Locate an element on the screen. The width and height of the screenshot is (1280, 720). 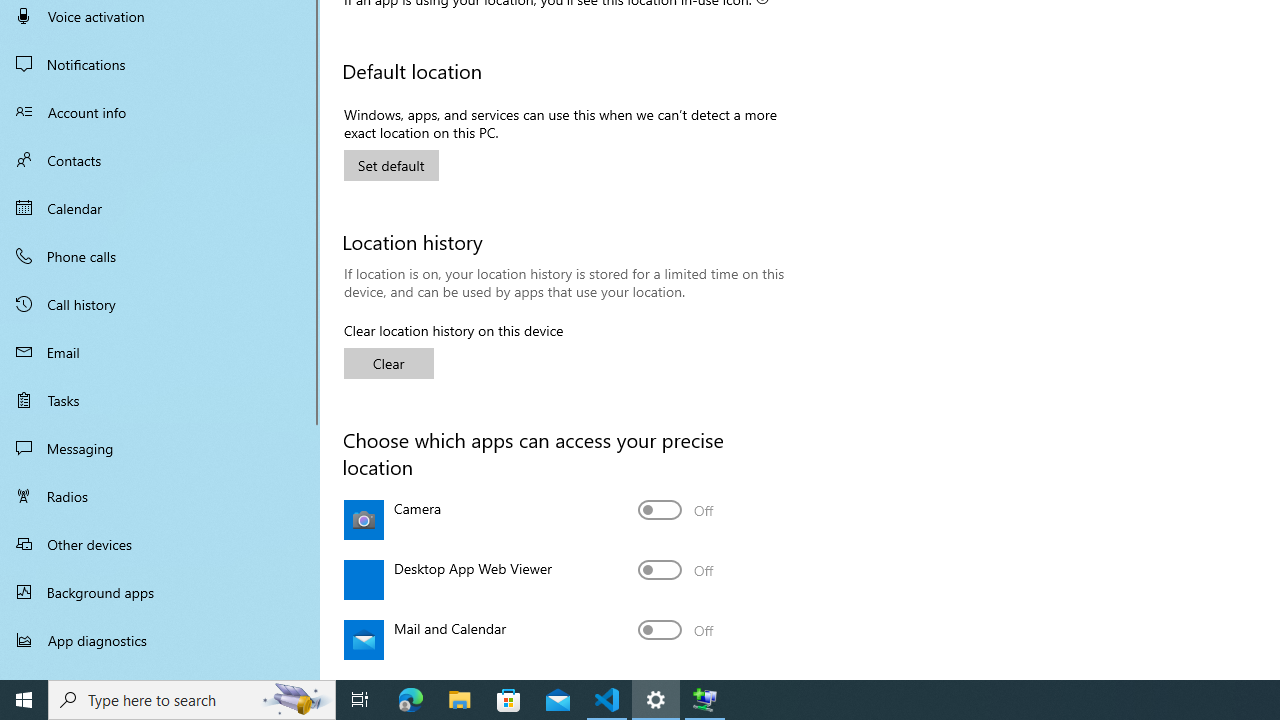
'Other devices' is located at coordinates (160, 543).